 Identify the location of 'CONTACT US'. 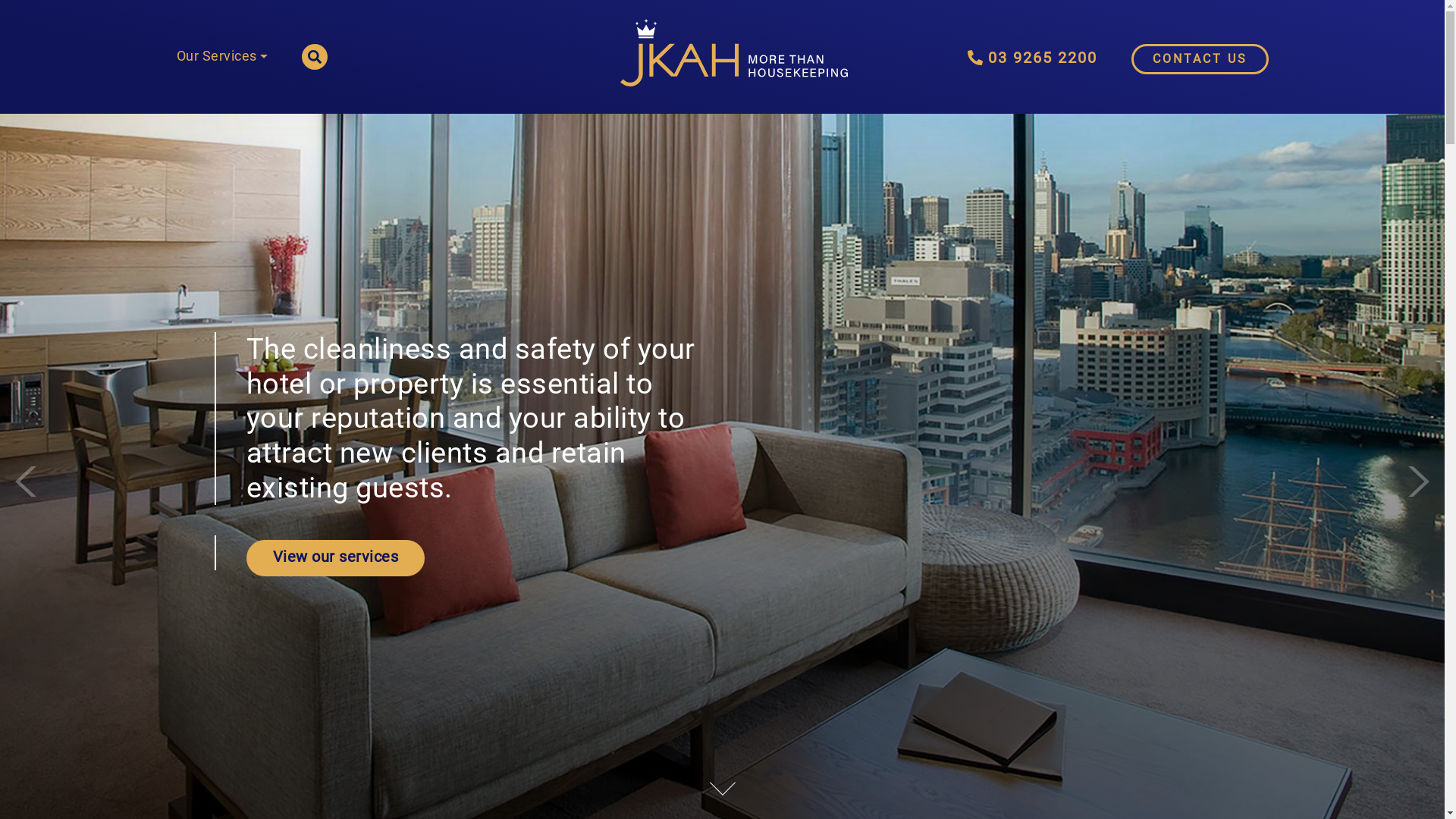
(1131, 58).